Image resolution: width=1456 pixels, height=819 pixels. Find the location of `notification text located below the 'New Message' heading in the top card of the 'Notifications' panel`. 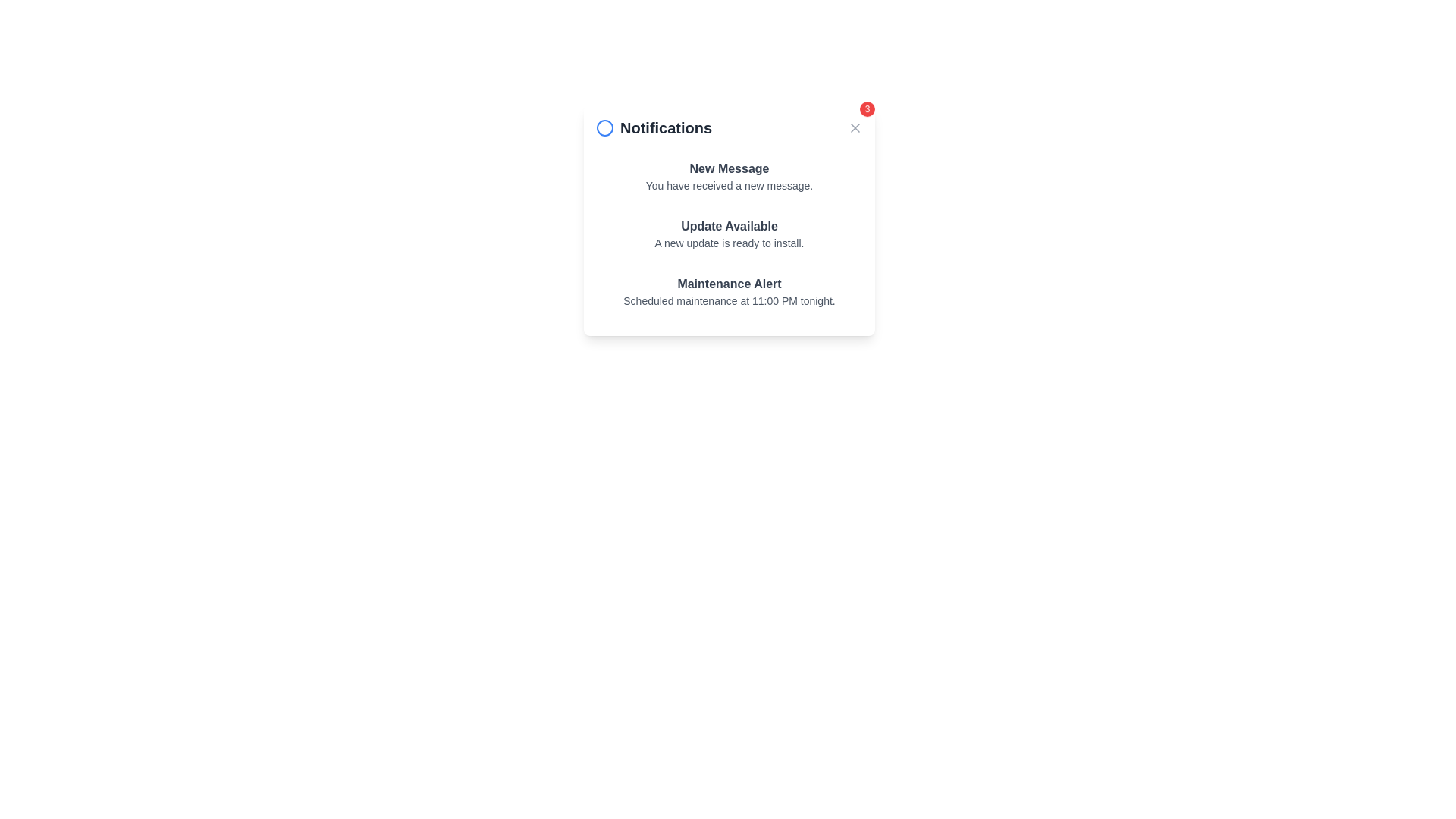

notification text located below the 'New Message' heading in the top card of the 'Notifications' panel is located at coordinates (729, 185).